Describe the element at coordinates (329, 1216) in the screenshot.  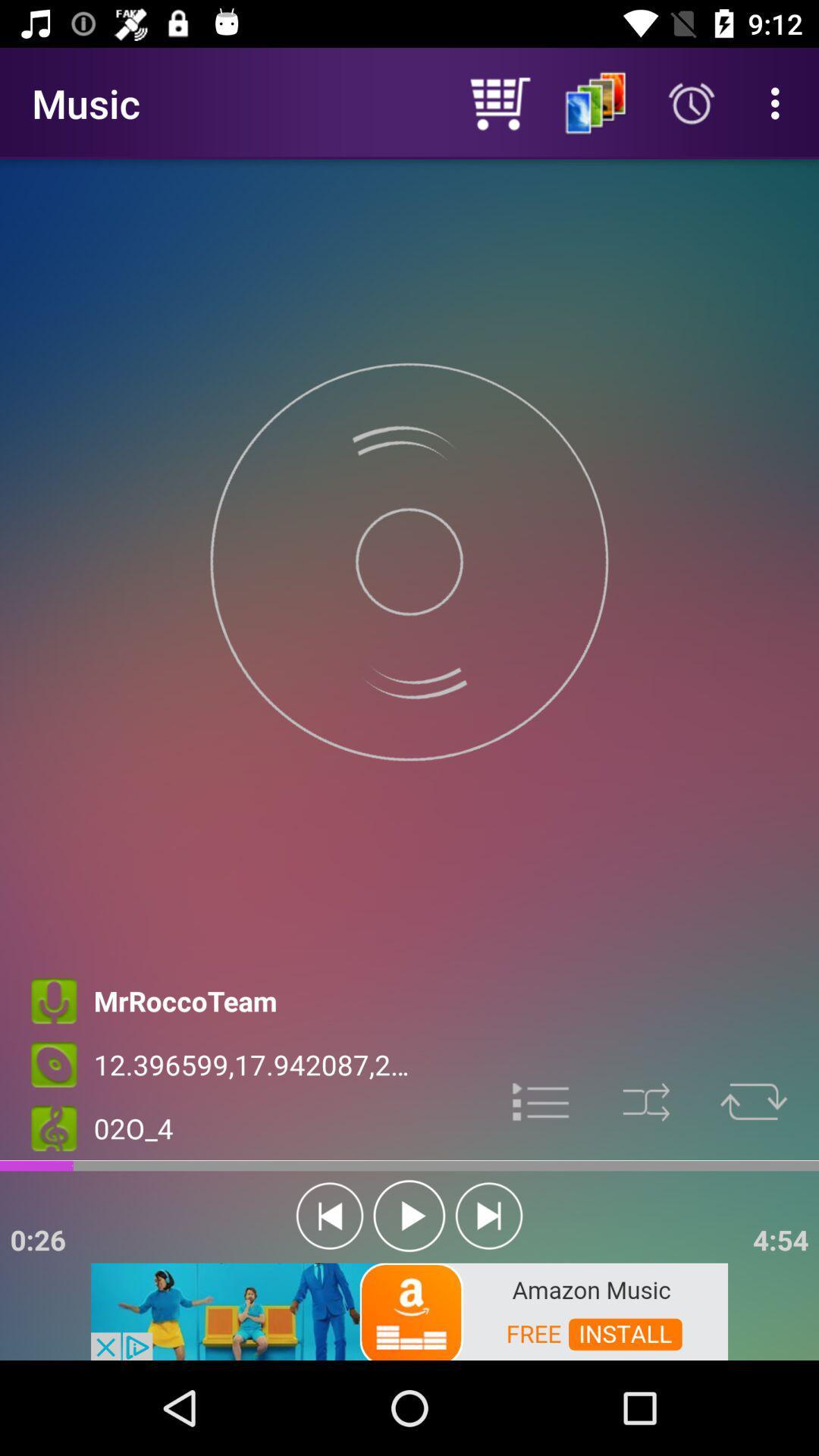
I see `go back` at that location.